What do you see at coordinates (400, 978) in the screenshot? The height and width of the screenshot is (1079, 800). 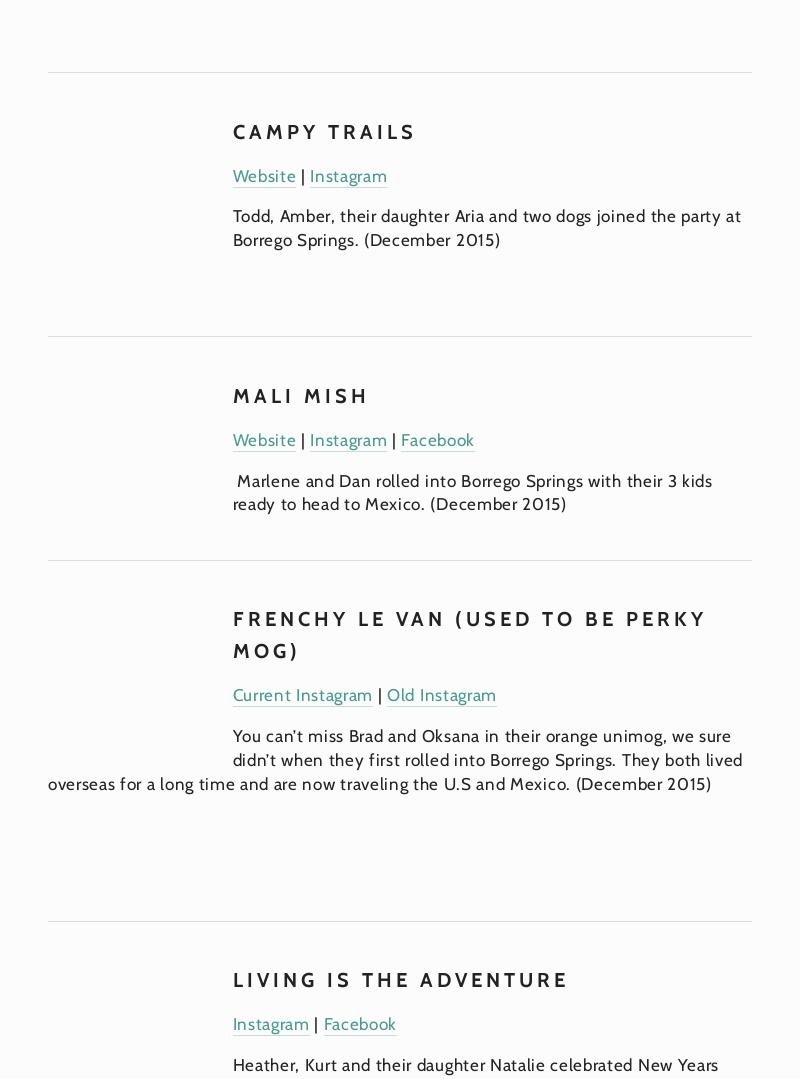 I see `'Living is the Adventure'` at bounding box center [400, 978].